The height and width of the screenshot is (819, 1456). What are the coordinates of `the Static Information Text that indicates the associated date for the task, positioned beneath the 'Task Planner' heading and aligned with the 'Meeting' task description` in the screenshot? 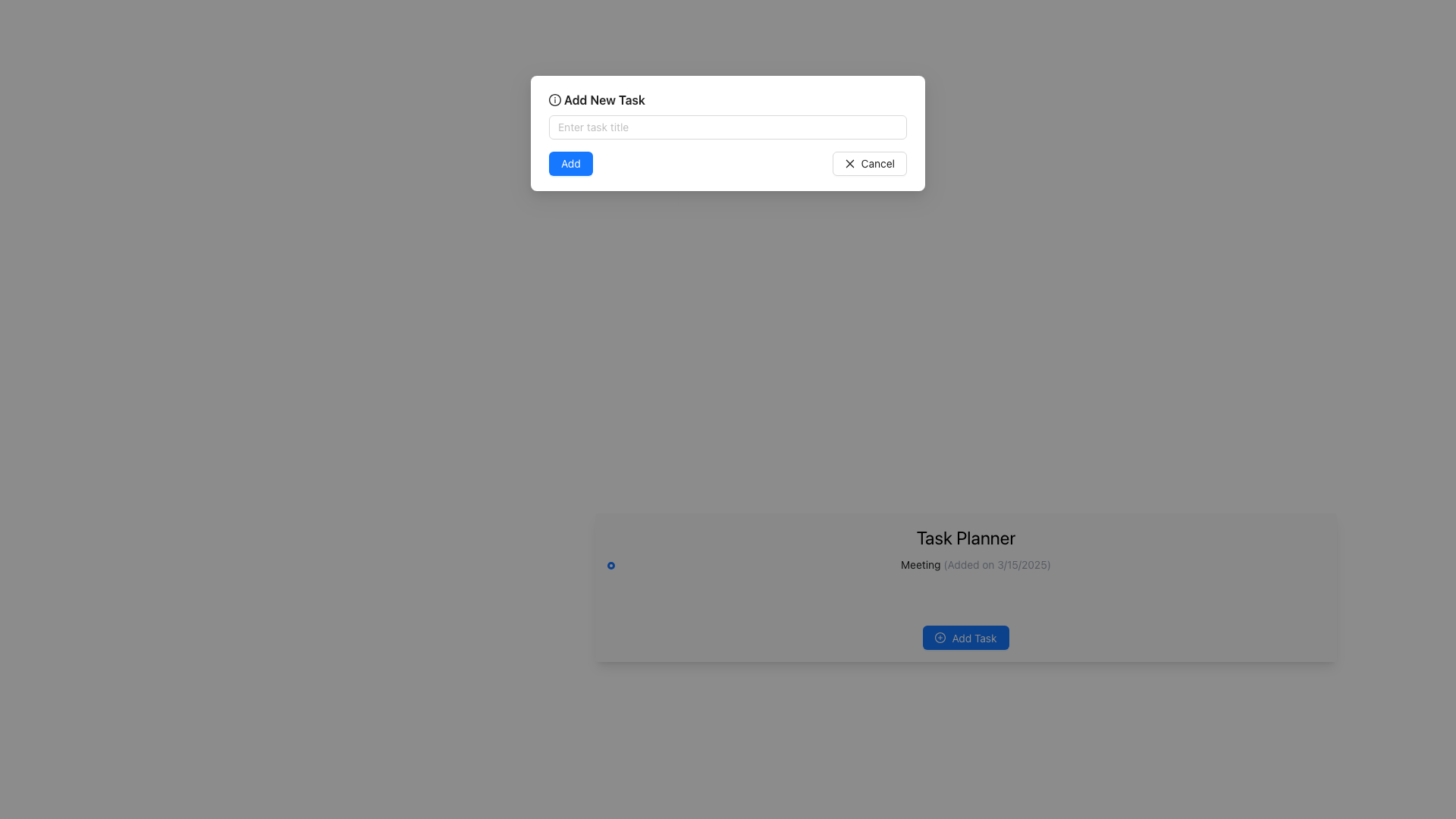 It's located at (996, 564).